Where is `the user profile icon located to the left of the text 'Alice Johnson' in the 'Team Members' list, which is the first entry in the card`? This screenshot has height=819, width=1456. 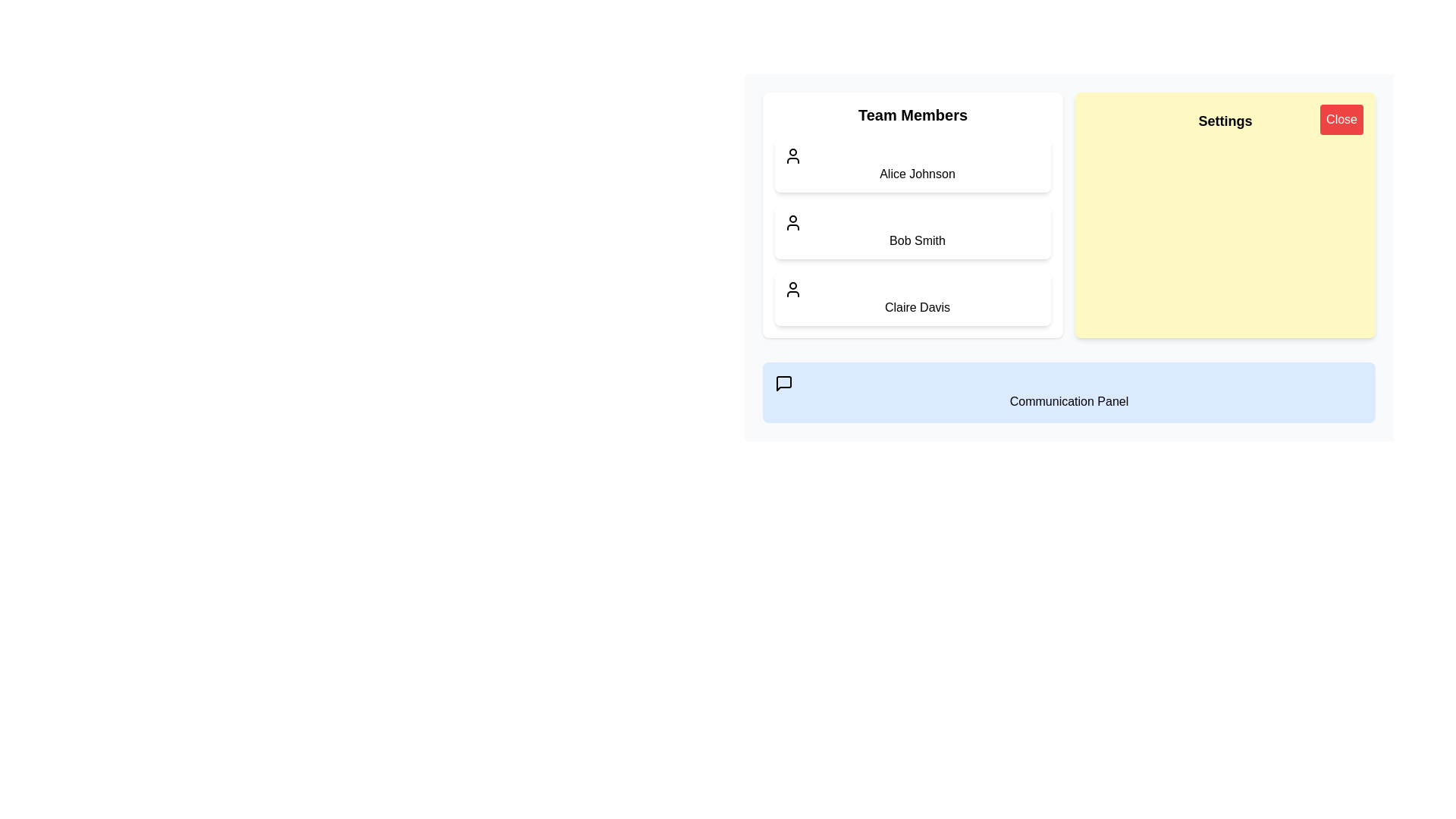
the user profile icon located to the left of the text 'Alice Johnson' in the 'Team Members' list, which is the first entry in the card is located at coordinates (792, 155).